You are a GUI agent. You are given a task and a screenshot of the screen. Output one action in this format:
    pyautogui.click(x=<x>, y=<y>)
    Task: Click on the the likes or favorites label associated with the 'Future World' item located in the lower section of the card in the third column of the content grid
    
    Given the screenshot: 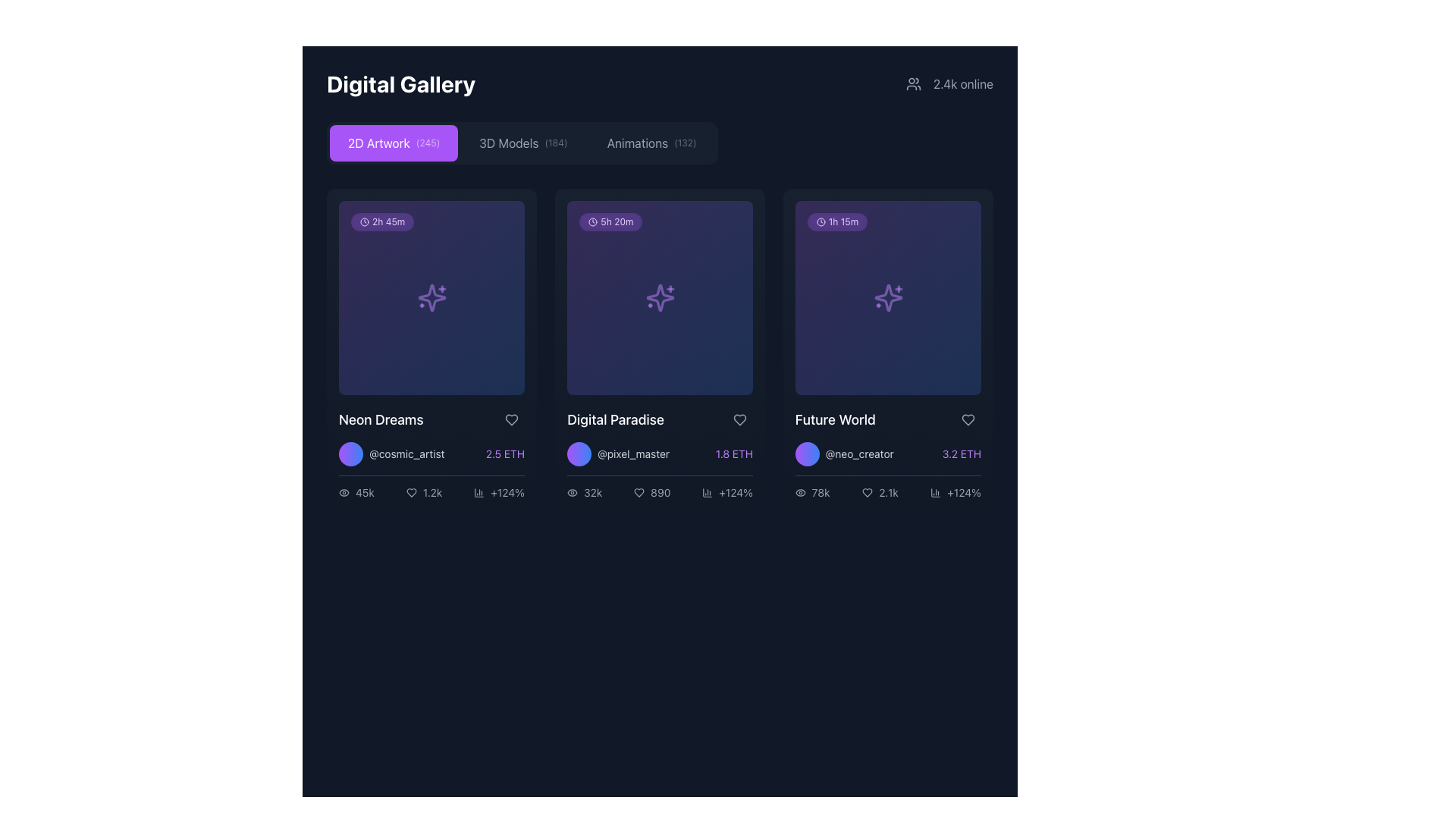 What is the action you would take?
    pyautogui.click(x=888, y=493)
    